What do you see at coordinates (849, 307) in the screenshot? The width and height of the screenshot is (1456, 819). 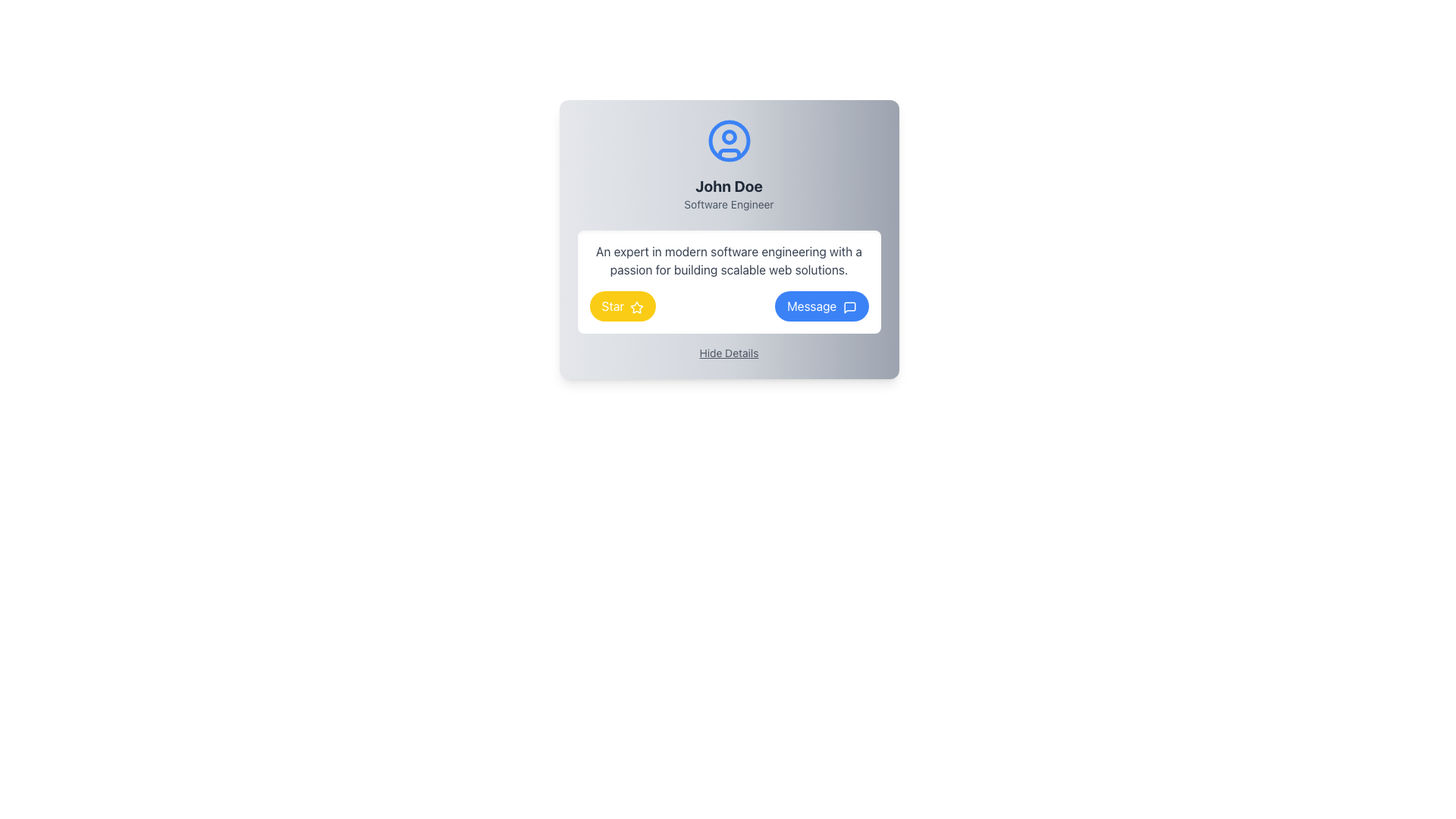 I see `the small speech bubble-like icon that indicates the messaging interface` at bounding box center [849, 307].